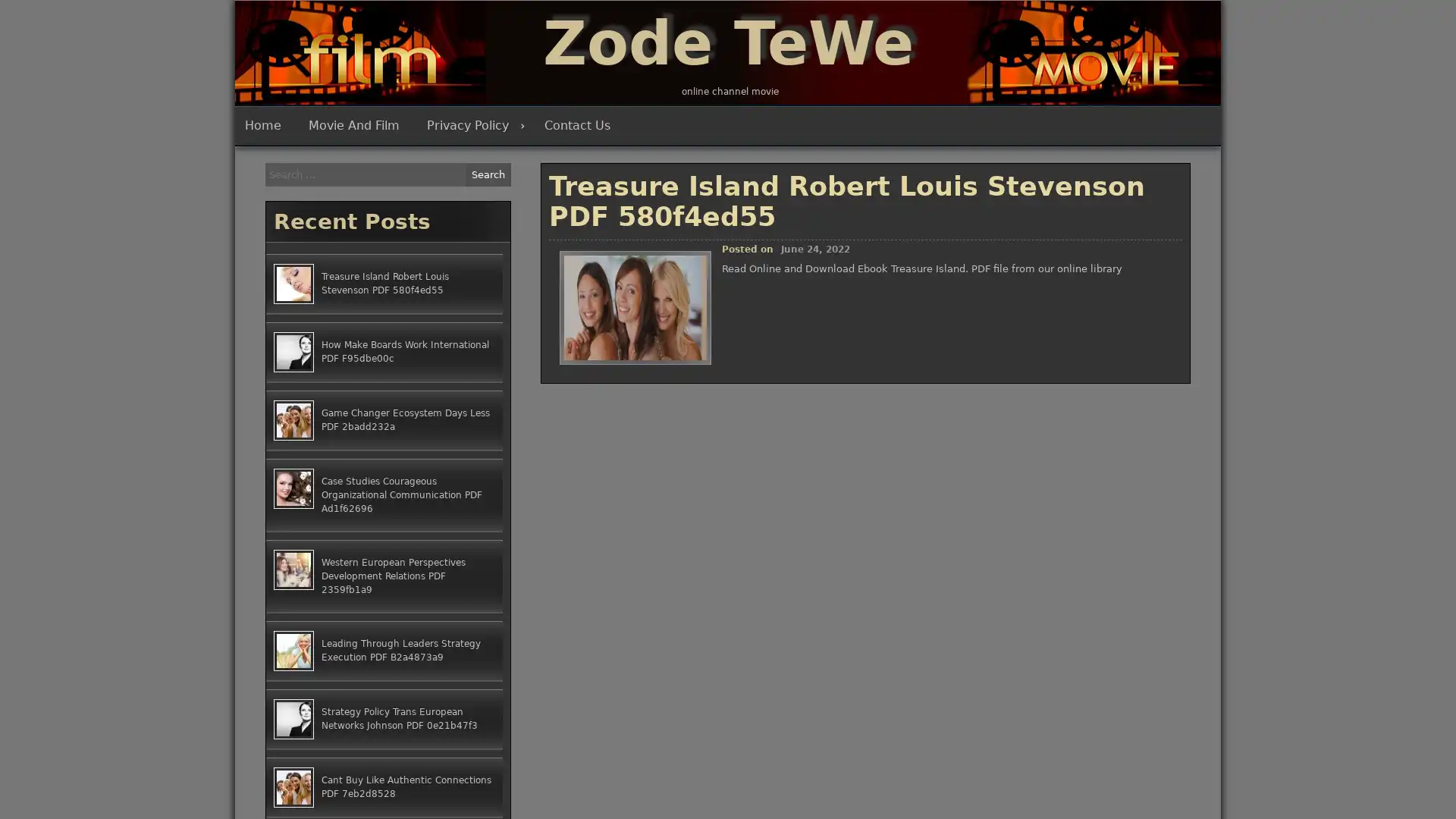 Image resolution: width=1456 pixels, height=819 pixels. Describe the element at coordinates (488, 174) in the screenshot. I see `Search` at that location.